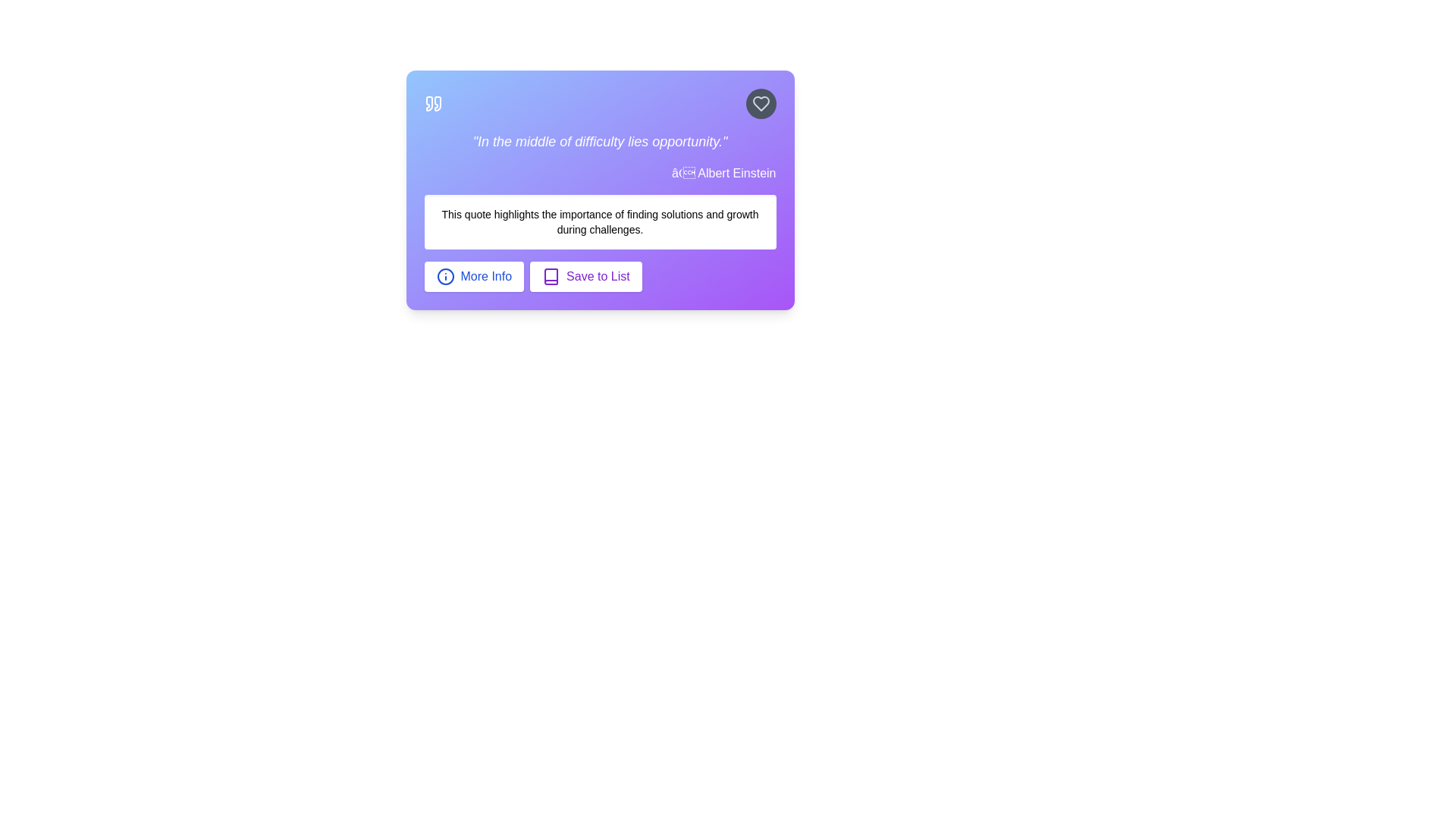  What do you see at coordinates (444, 277) in the screenshot?
I see `the outer circular shape of the information icon, which serves as the base outline element of the SVG graphics` at bounding box center [444, 277].